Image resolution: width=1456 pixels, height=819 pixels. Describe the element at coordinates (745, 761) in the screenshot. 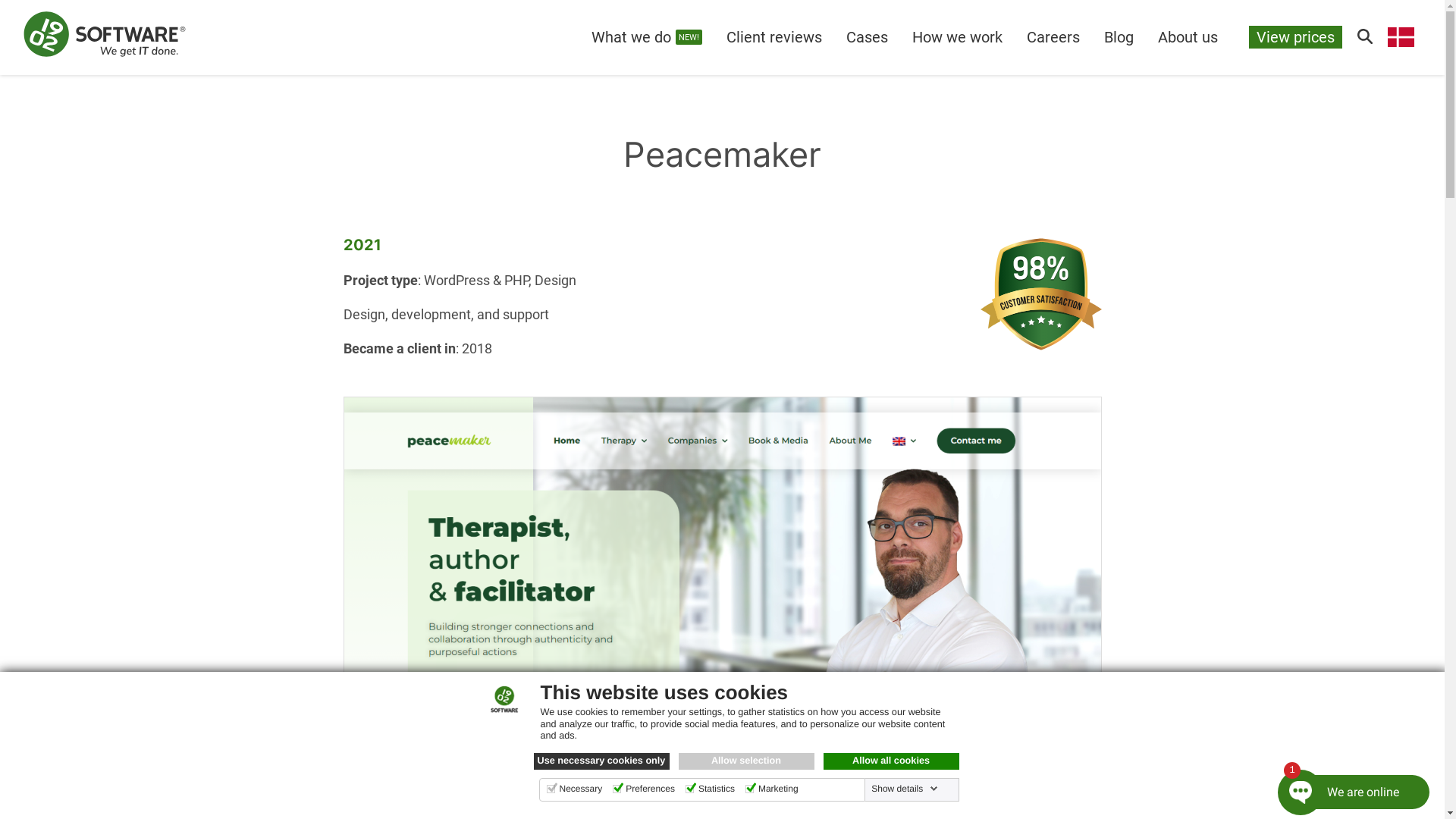

I see `'Allow selection'` at that location.